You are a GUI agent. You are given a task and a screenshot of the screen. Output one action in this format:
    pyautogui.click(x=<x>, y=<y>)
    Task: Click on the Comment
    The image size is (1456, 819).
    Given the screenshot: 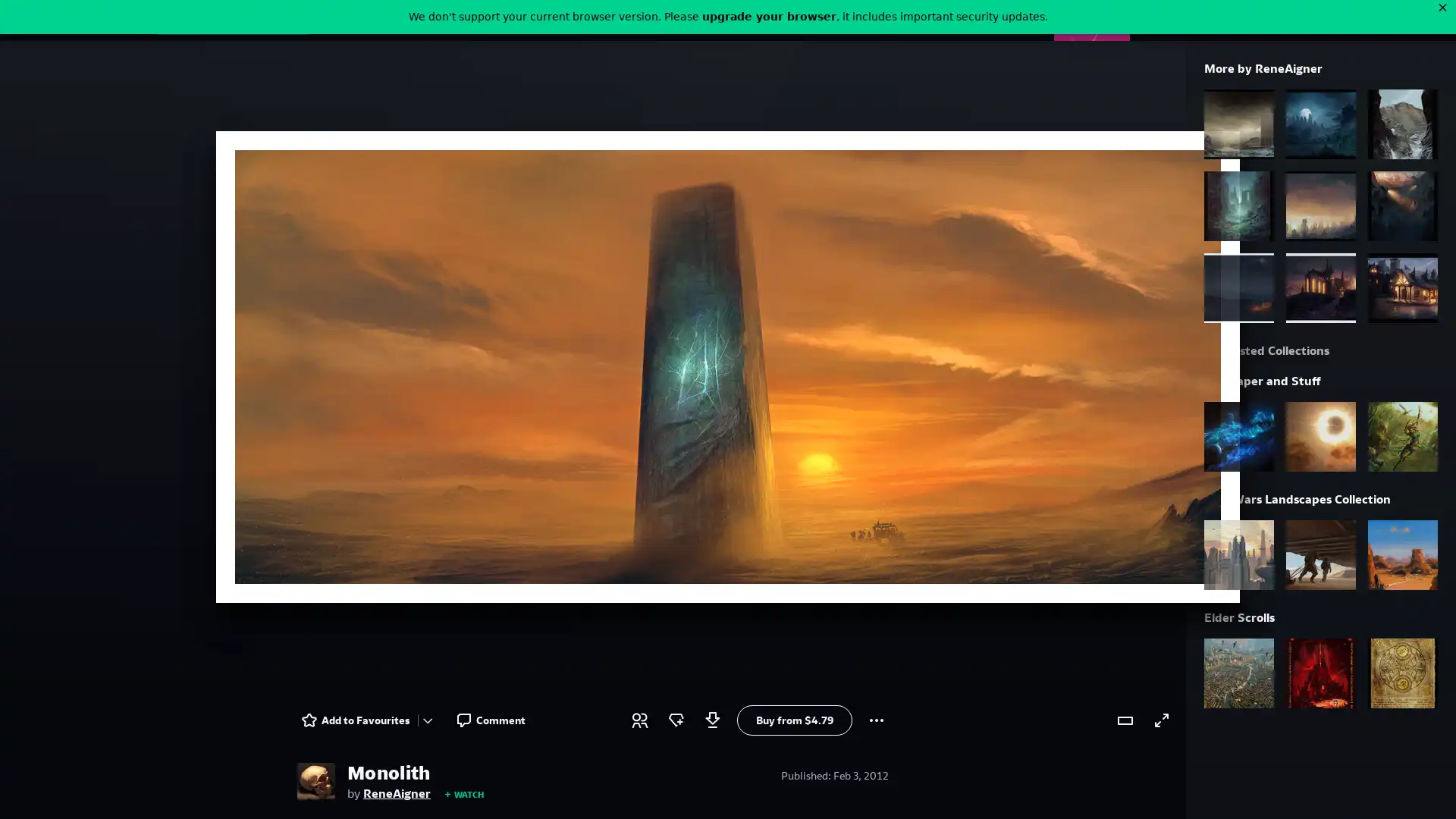 What is the action you would take?
    pyautogui.click(x=490, y=719)
    